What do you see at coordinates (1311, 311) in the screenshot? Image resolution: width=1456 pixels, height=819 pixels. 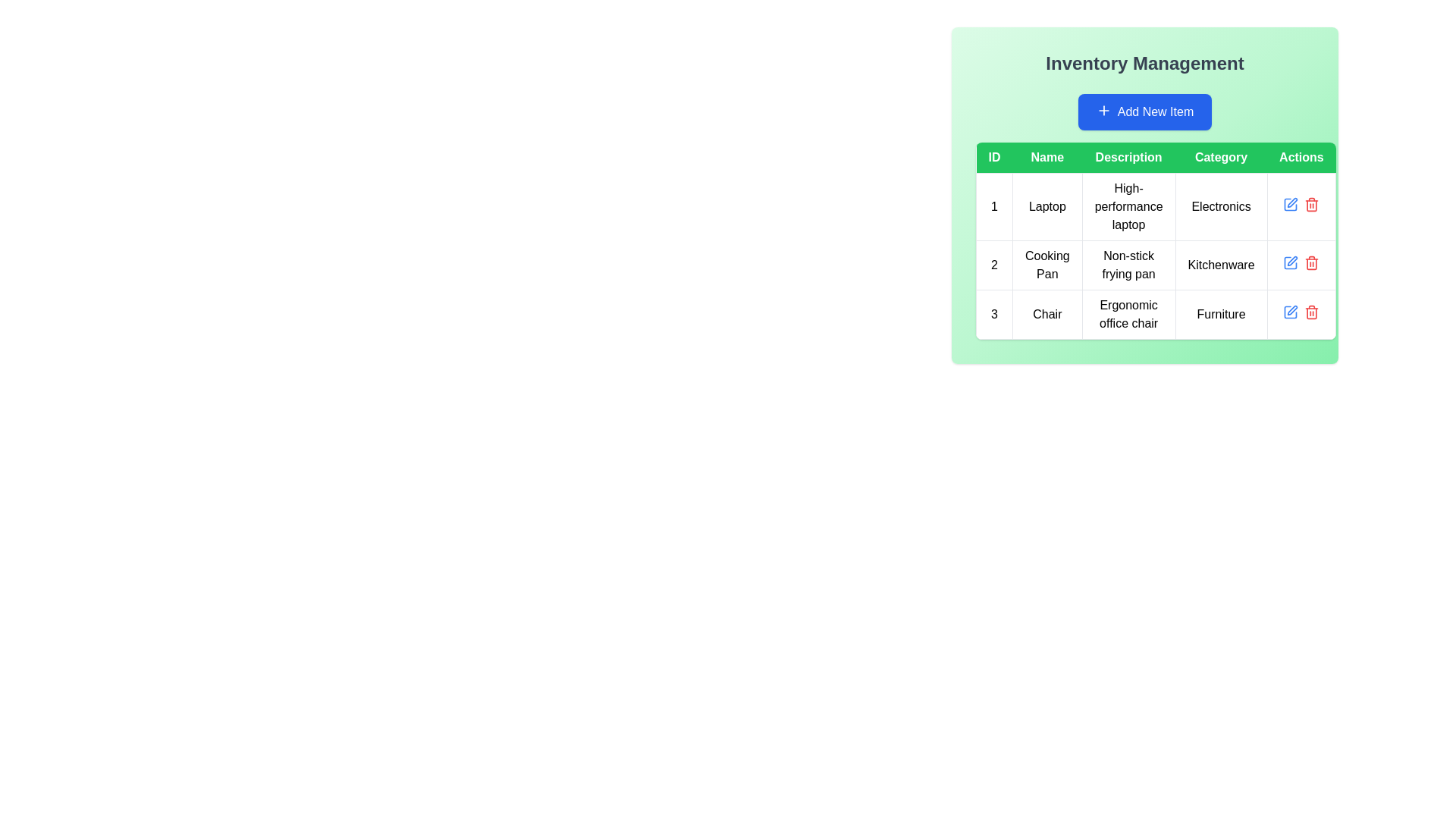 I see `the deletion button located in the 'Actions' column, which is the second icon in the third row of the table` at bounding box center [1311, 311].